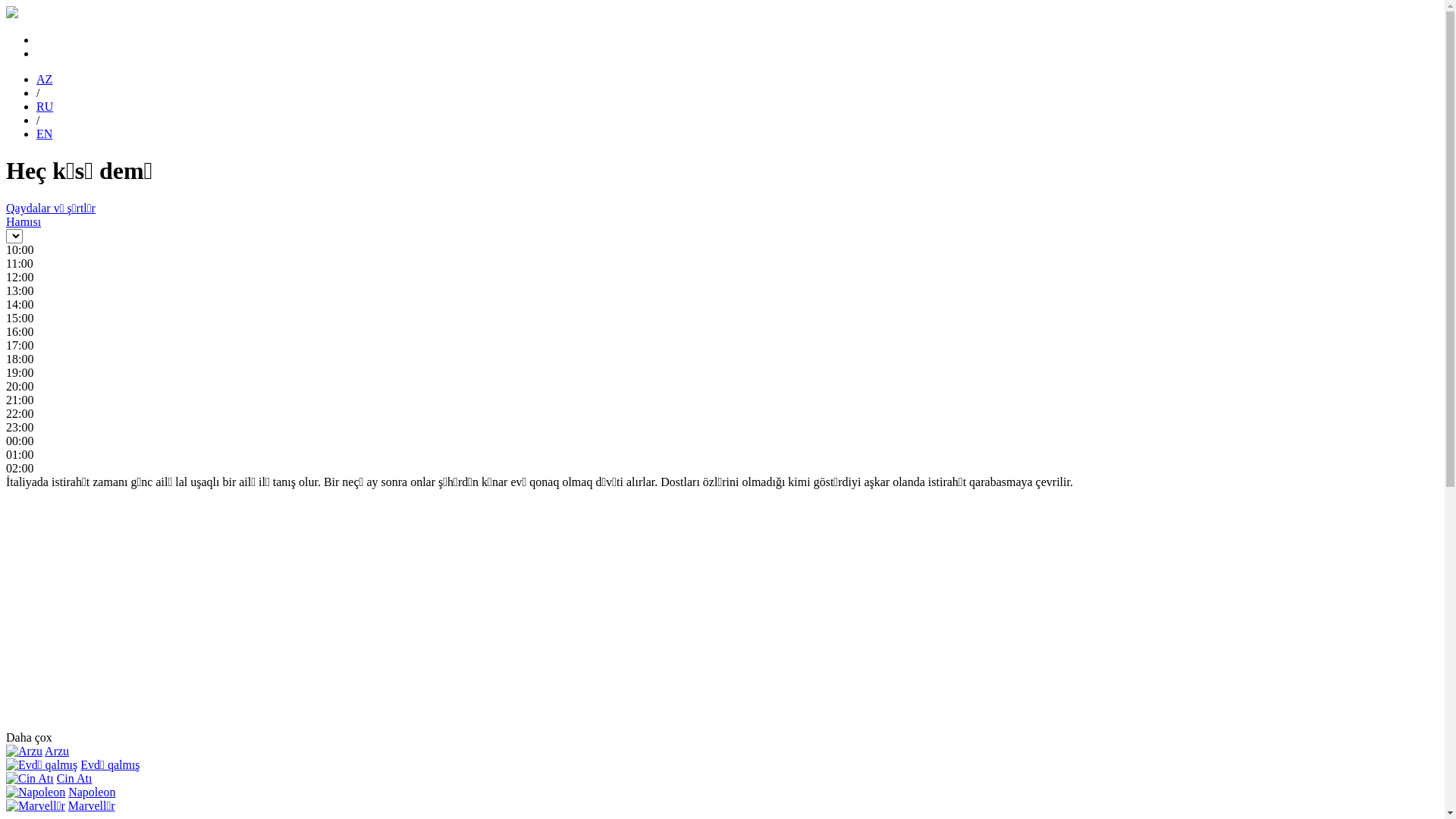 The image size is (1456, 819). I want to click on 'AZ', so click(44, 79).